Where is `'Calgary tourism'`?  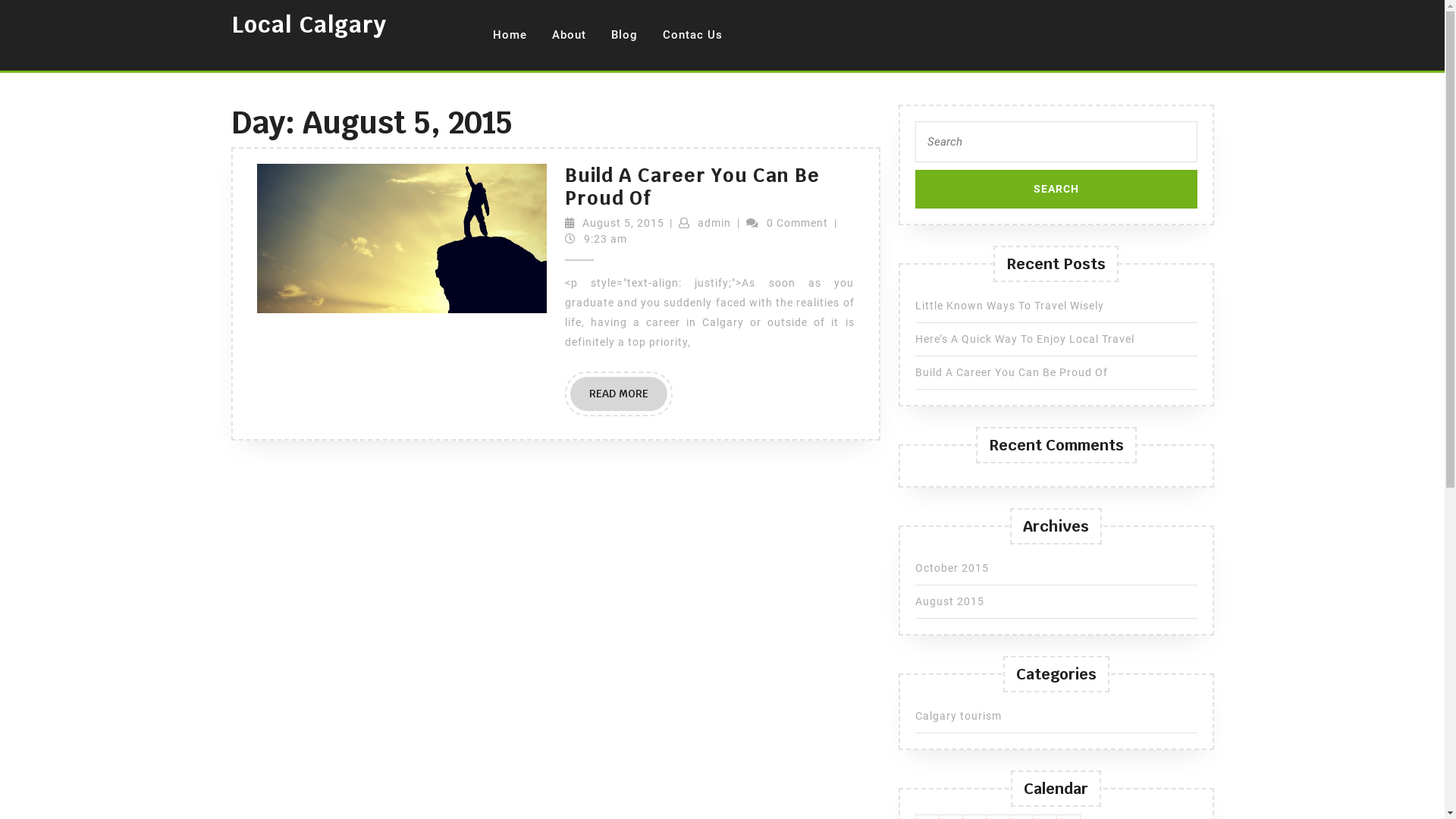 'Calgary tourism' is located at coordinates (956, 716).